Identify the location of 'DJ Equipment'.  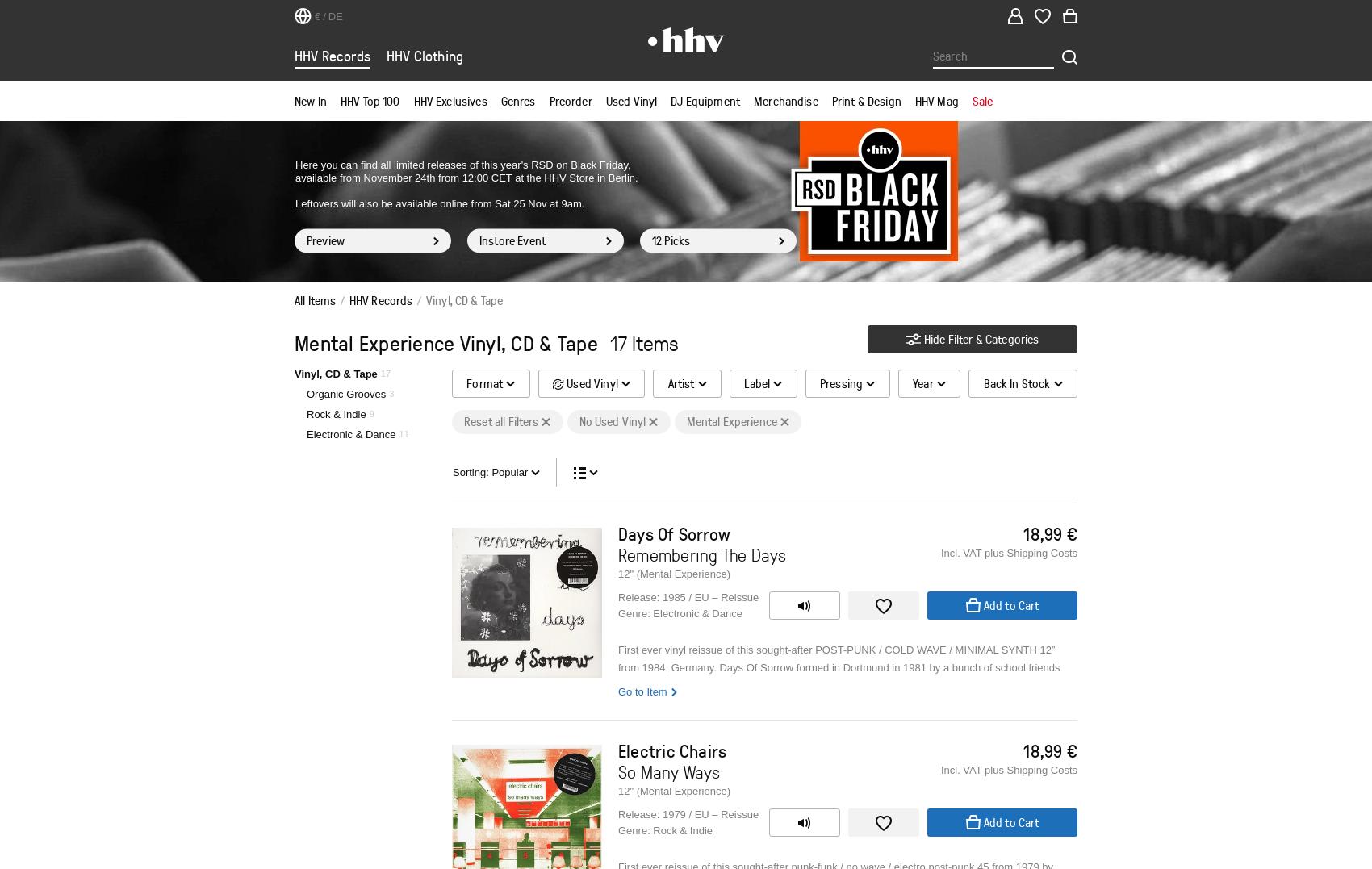
(705, 101).